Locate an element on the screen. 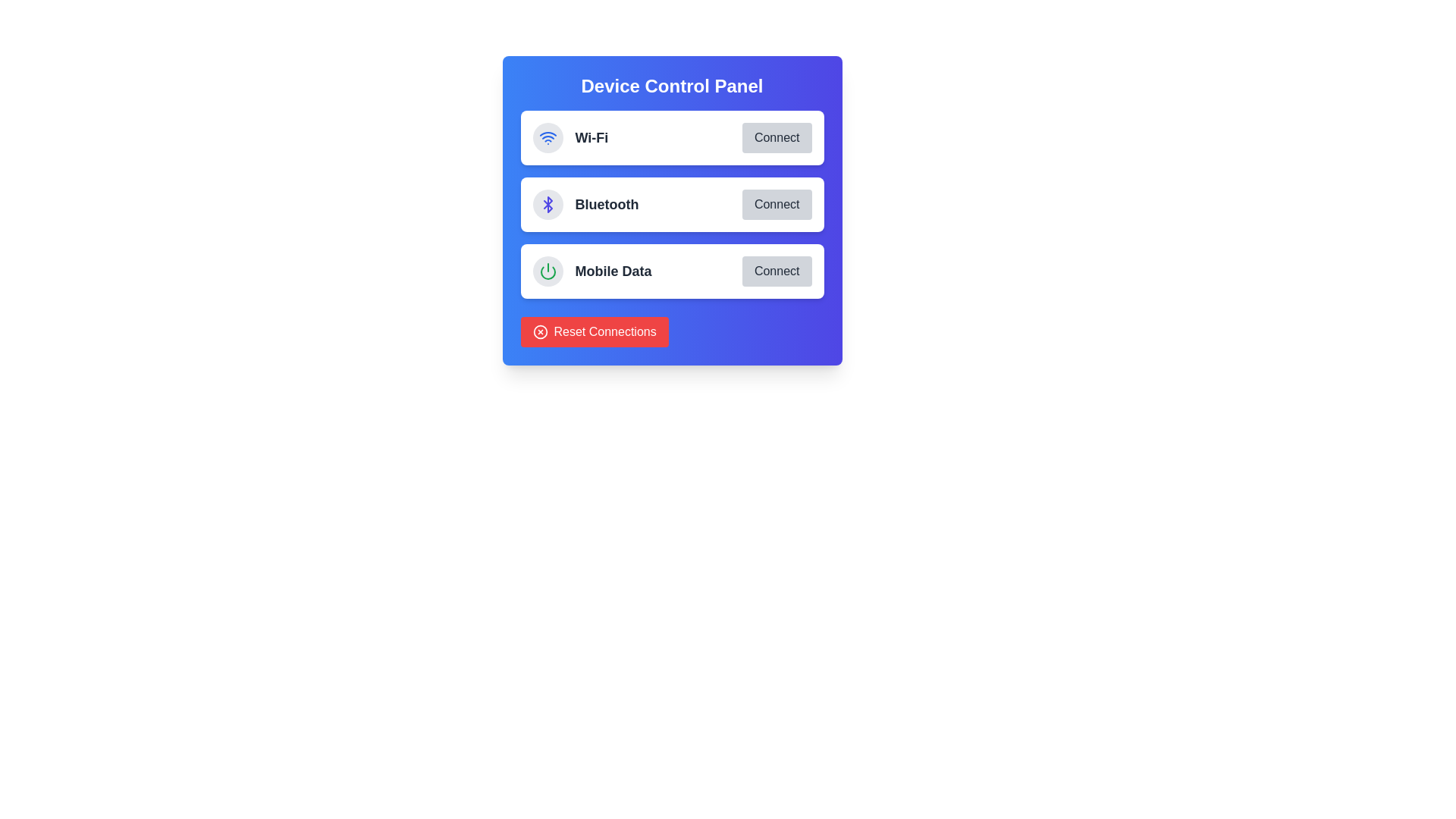 The image size is (1456, 819). the Bluetooth icon, which is styled with blue strokes and located in the second button from the top in a vertical stack of three options, within a rounded rectangular button with a gray background, next to the 'Bluetooth' label is located at coordinates (547, 205).